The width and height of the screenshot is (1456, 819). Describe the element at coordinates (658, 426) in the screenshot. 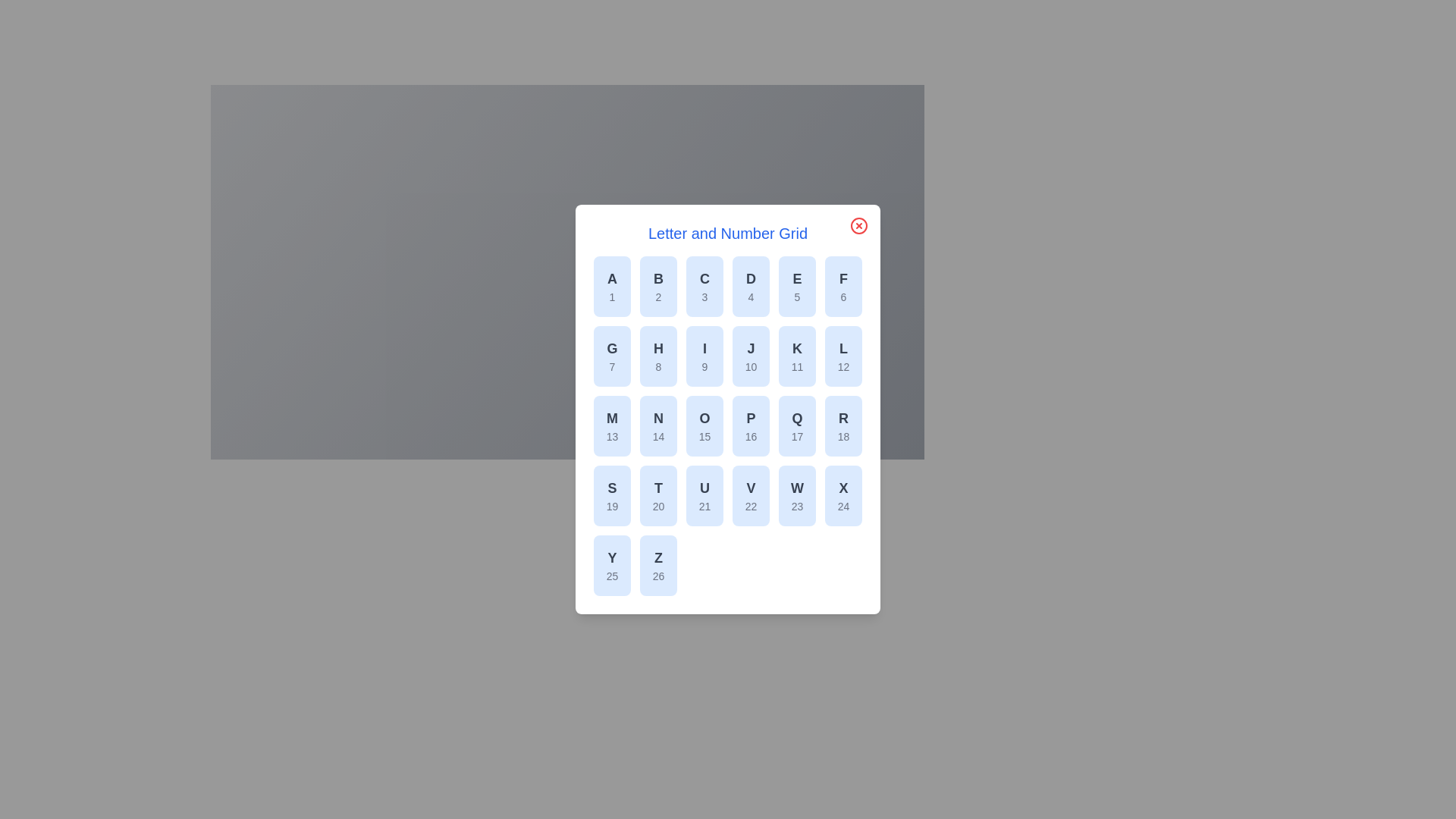

I see `the grid item corresponding to letter N` at that location.